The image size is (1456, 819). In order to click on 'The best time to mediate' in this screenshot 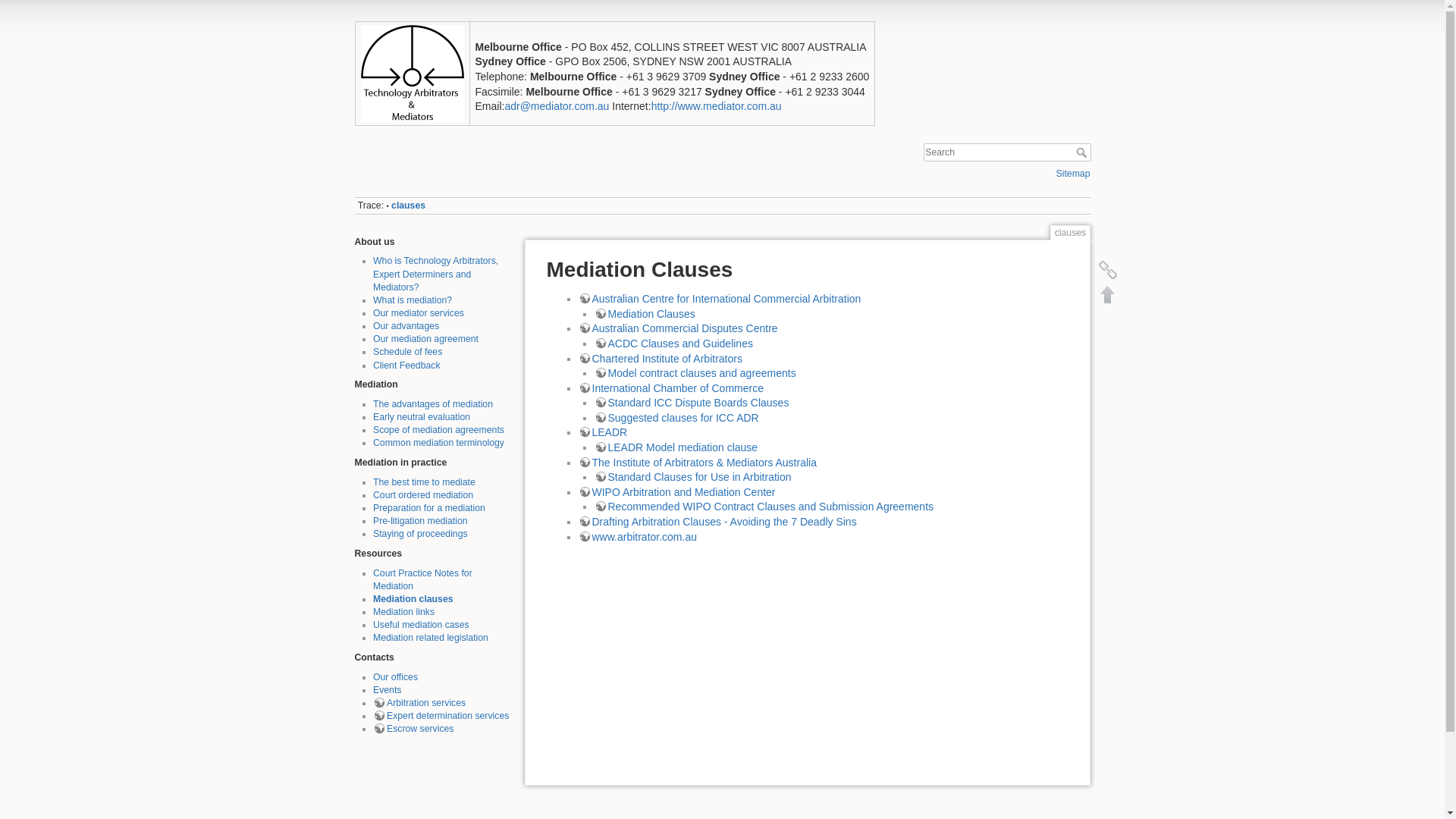, I will do `click(424, 482)`.